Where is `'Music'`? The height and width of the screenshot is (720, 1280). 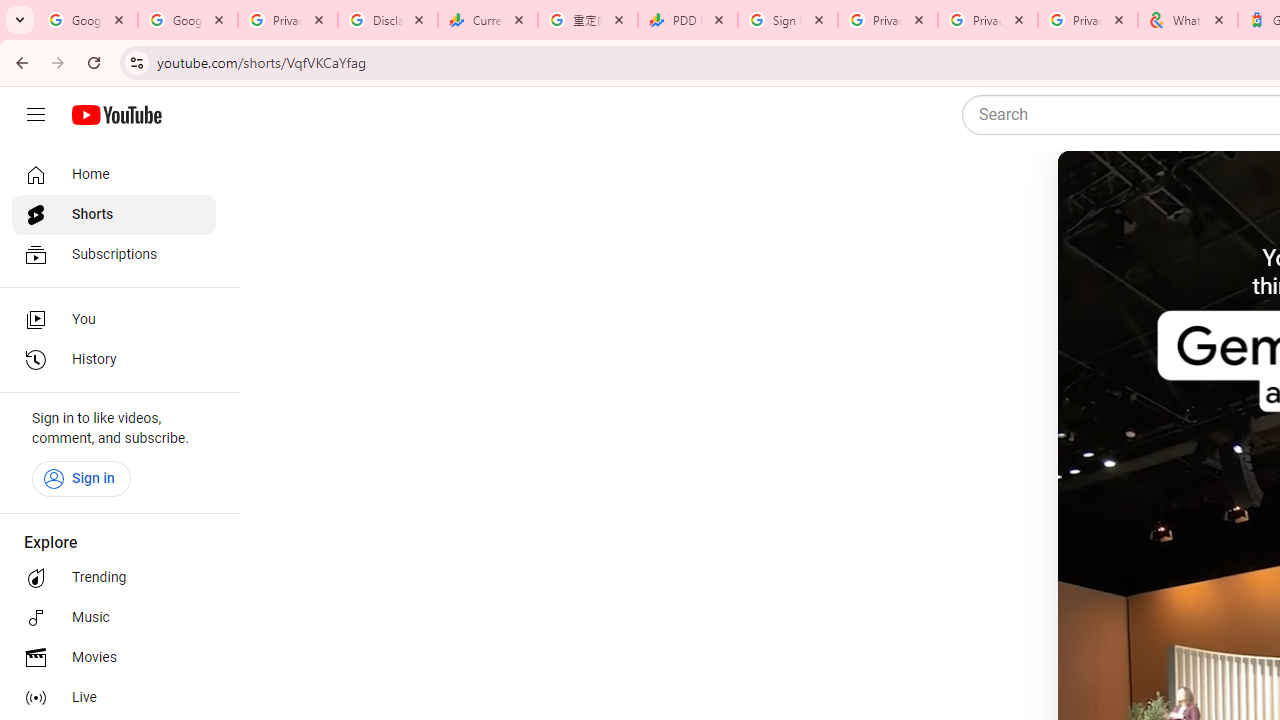
'Music' is located at coordinates (112, 617).